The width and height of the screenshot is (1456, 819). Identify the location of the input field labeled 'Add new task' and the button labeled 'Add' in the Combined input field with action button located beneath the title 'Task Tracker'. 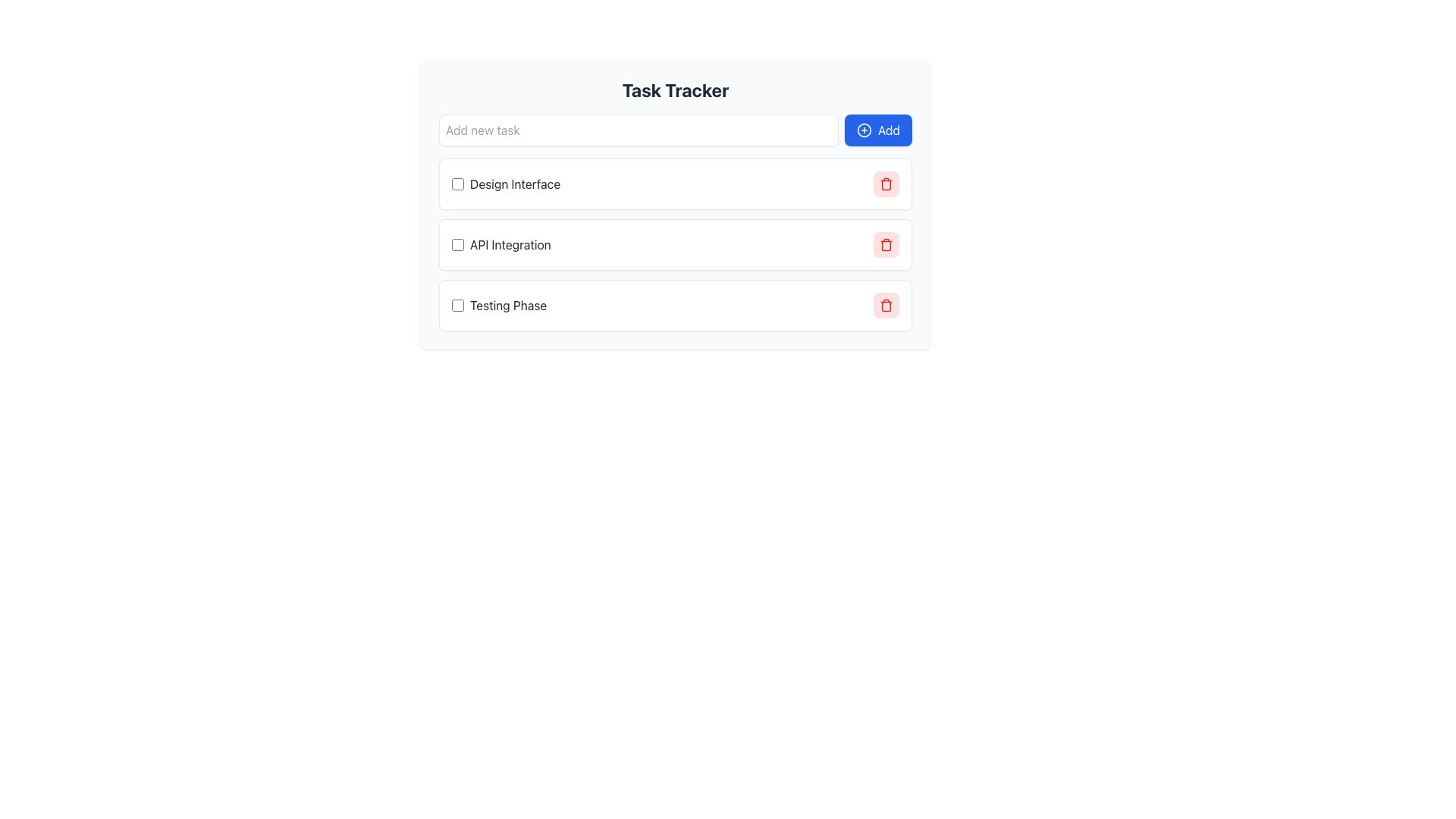
(675, 130).